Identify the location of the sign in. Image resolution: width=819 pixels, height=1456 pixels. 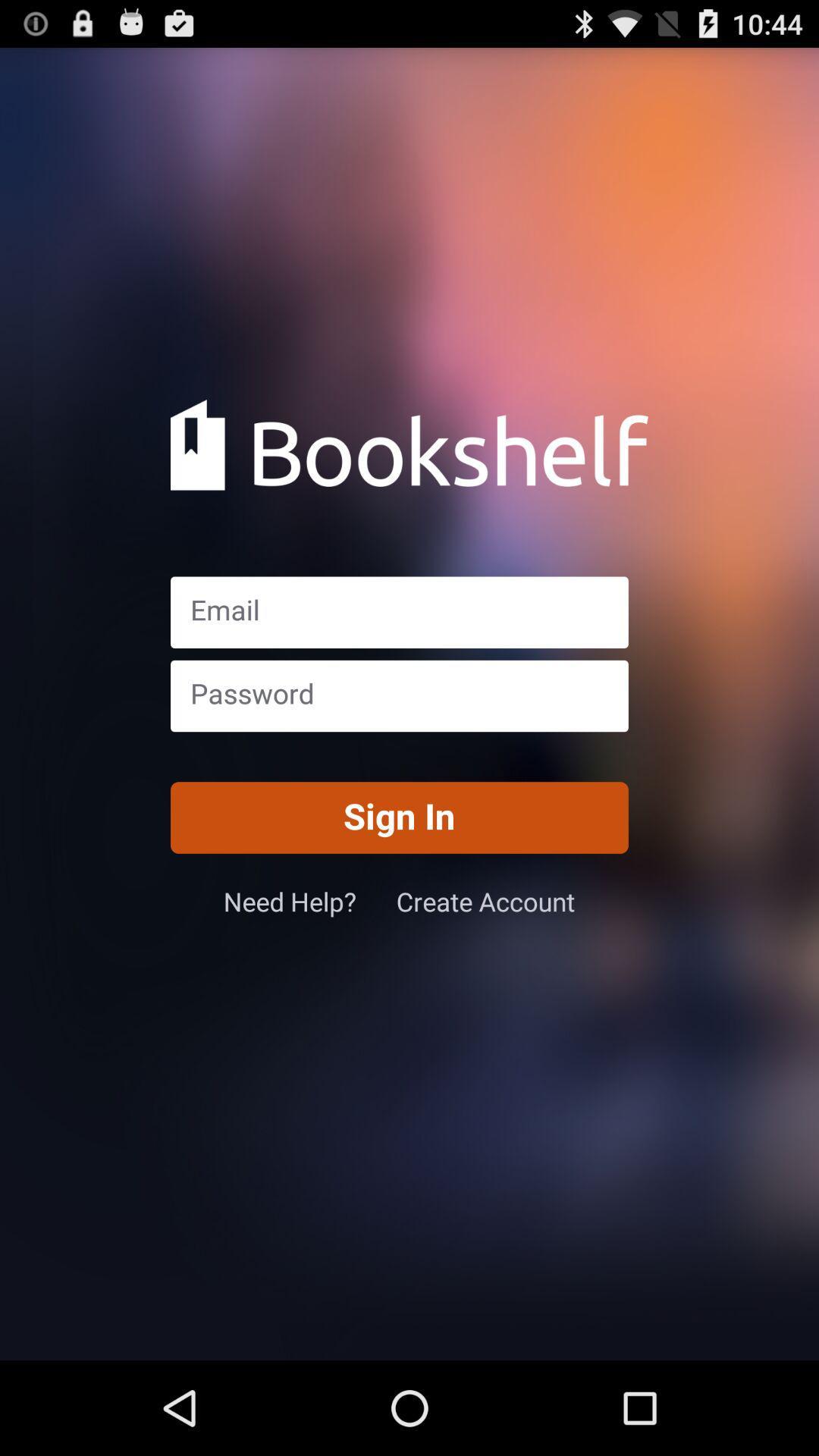
(398, 817).